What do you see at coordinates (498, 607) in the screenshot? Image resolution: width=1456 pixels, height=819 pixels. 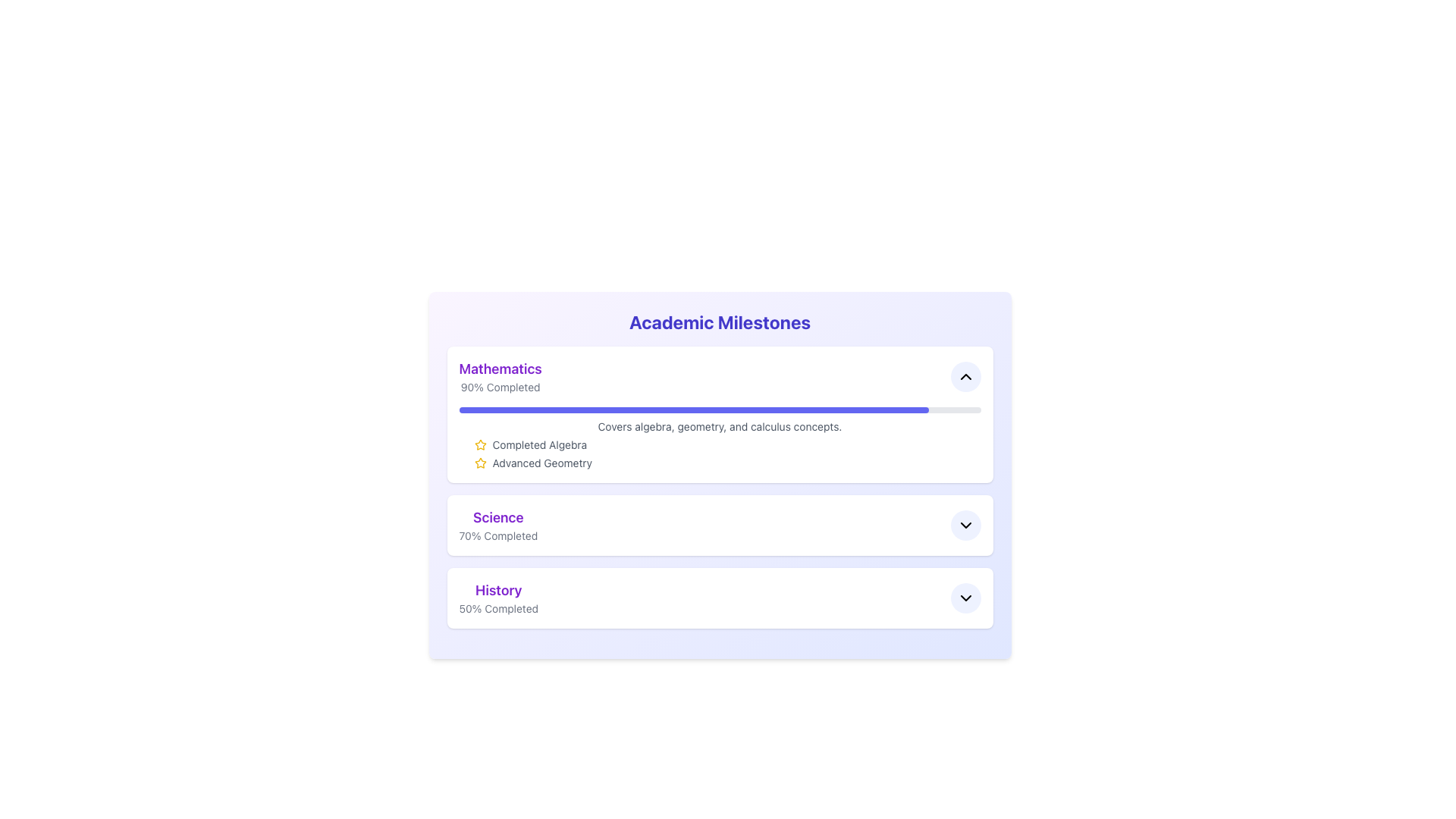 I see `the static text label that indicates the progress percentage for the 'History' section, which is located directly below the 'History' heading` at bounding box center [498, 607].